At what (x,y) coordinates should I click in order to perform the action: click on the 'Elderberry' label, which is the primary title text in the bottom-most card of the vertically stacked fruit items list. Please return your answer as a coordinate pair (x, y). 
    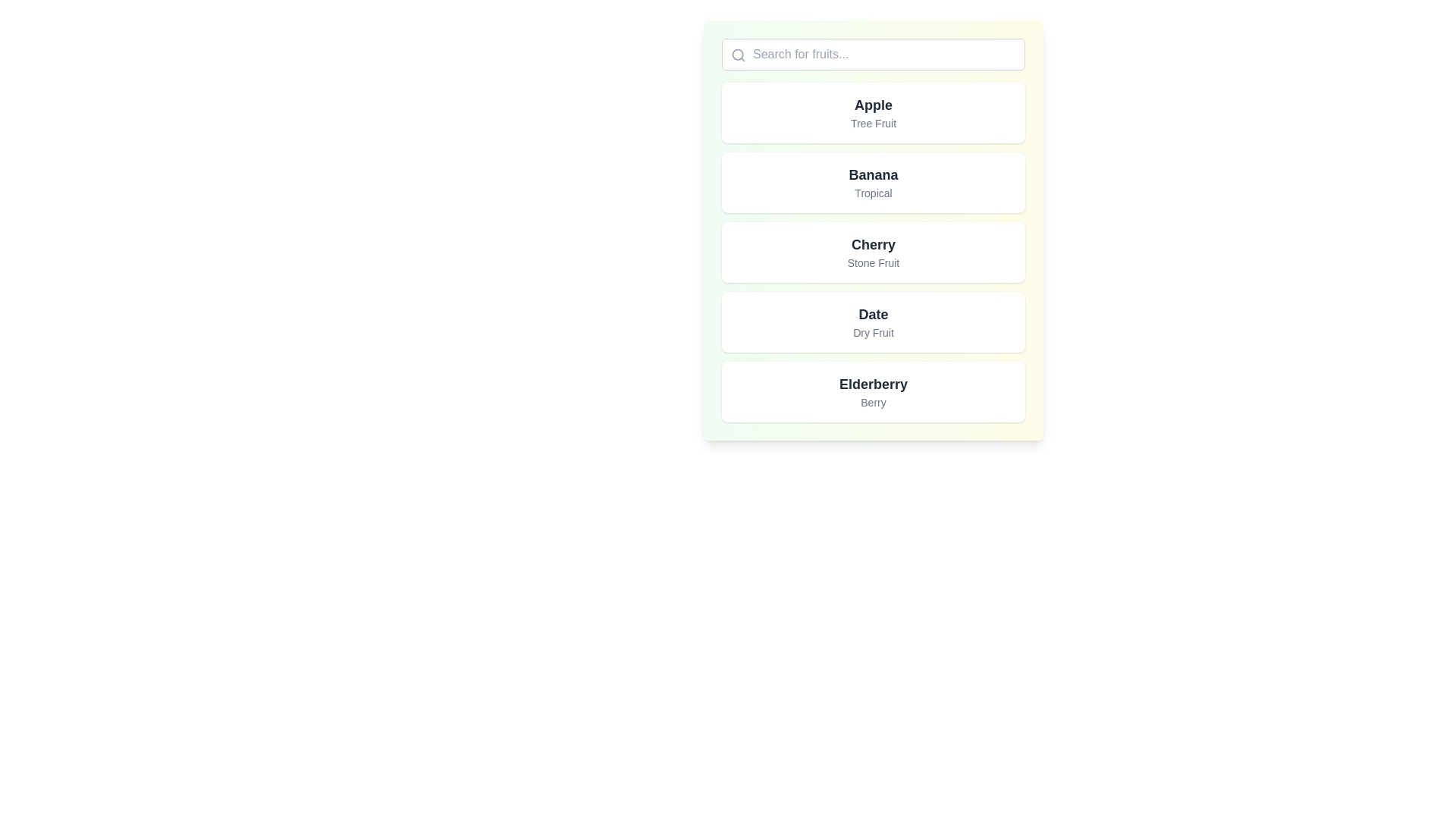
    Looking at the image, I should click on (874, 383).